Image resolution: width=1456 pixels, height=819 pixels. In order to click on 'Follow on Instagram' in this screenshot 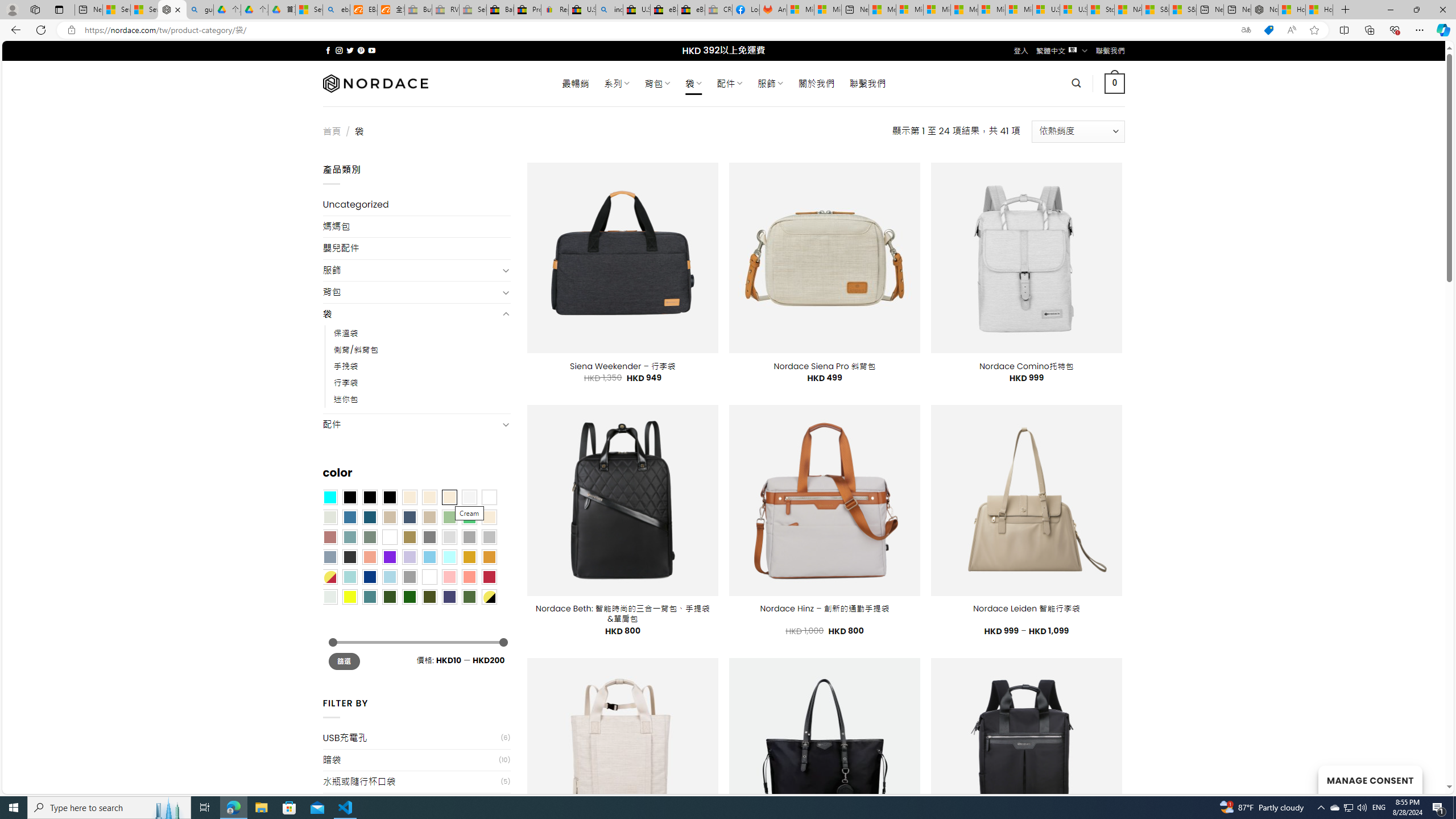, I will do `click(338, 50)`.